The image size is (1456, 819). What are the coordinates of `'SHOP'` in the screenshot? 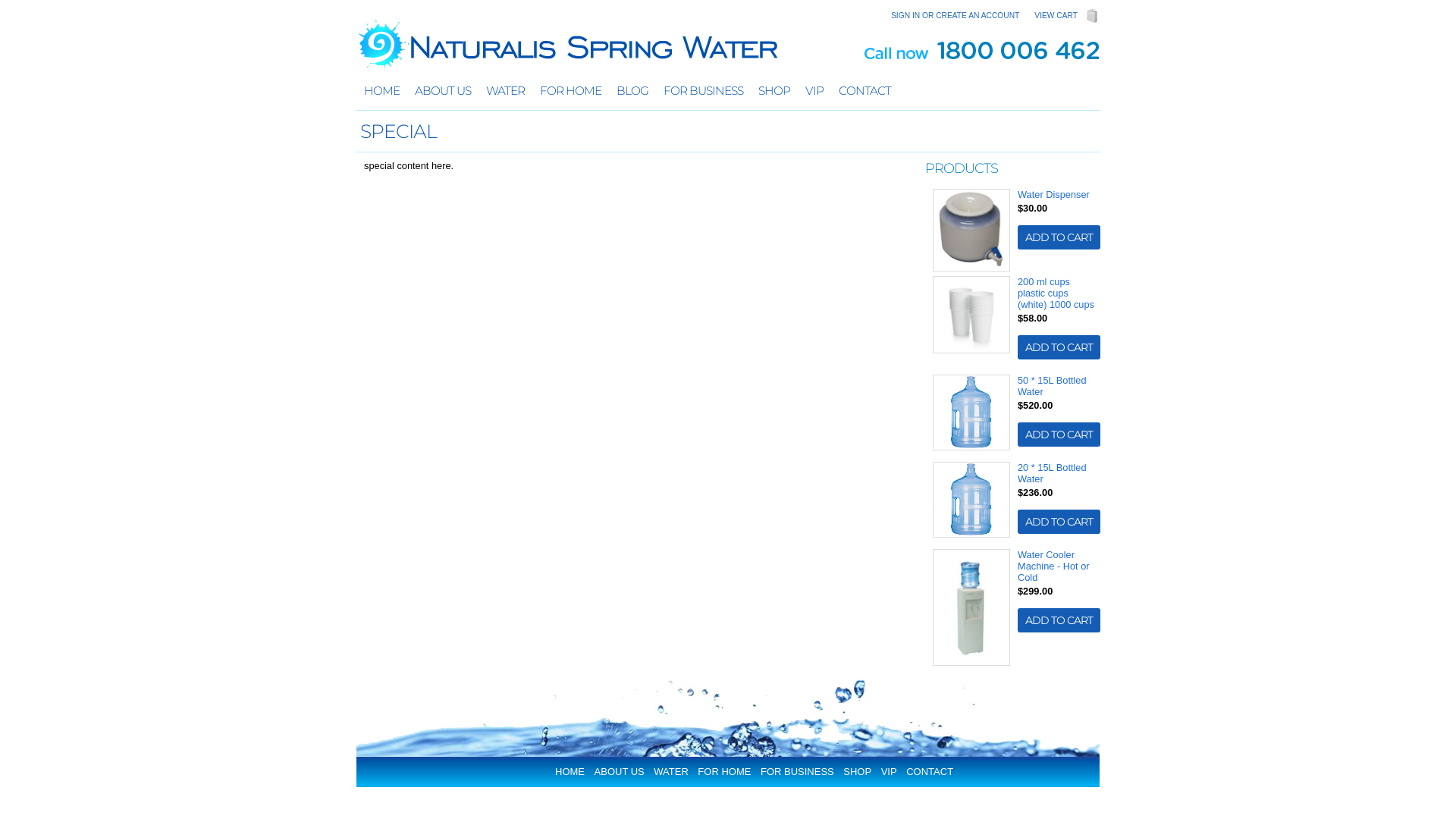 It's located at (774, 90).